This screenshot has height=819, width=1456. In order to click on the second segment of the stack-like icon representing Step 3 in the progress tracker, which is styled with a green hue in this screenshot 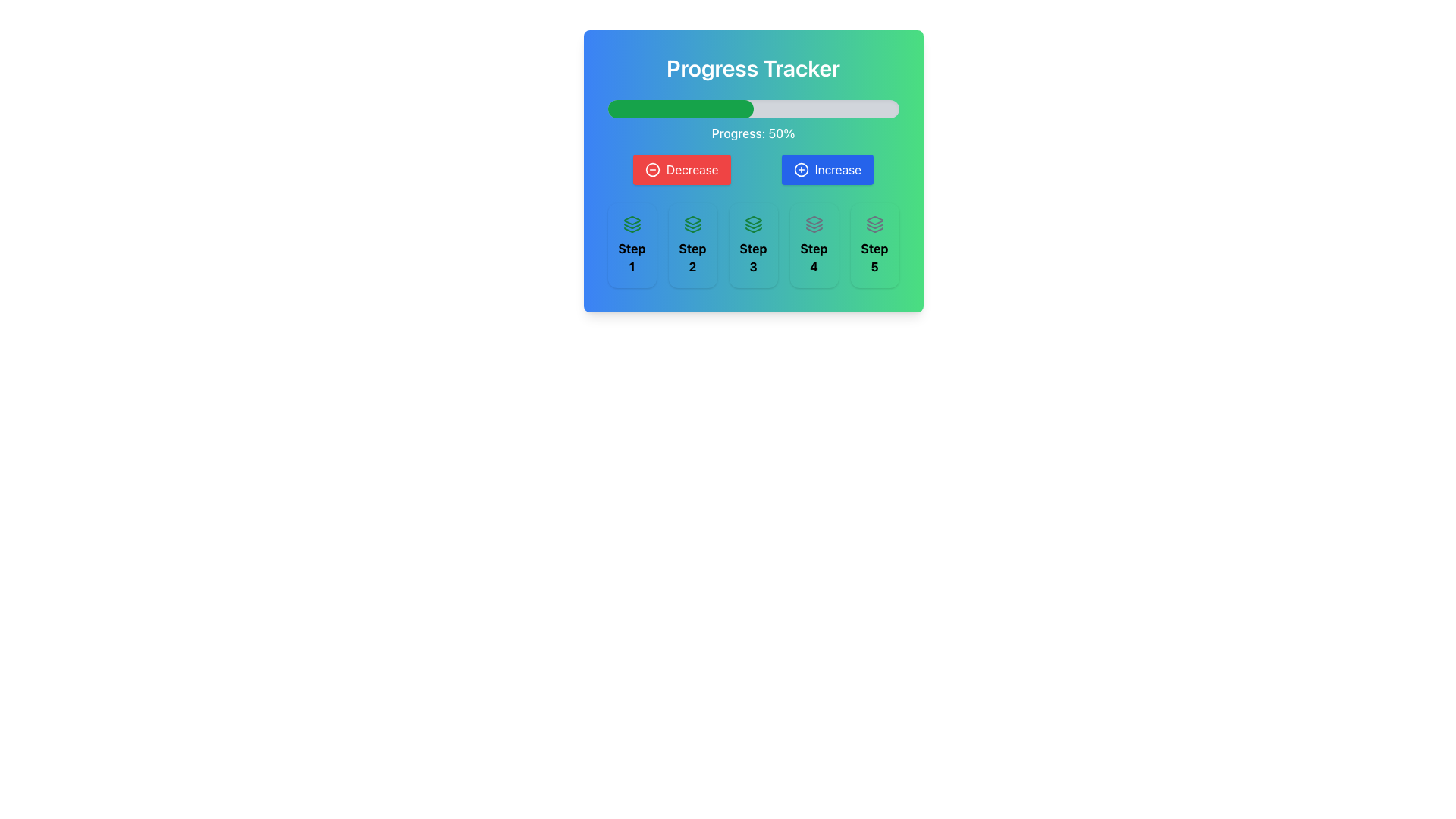, I will do `click(753, 226)`.